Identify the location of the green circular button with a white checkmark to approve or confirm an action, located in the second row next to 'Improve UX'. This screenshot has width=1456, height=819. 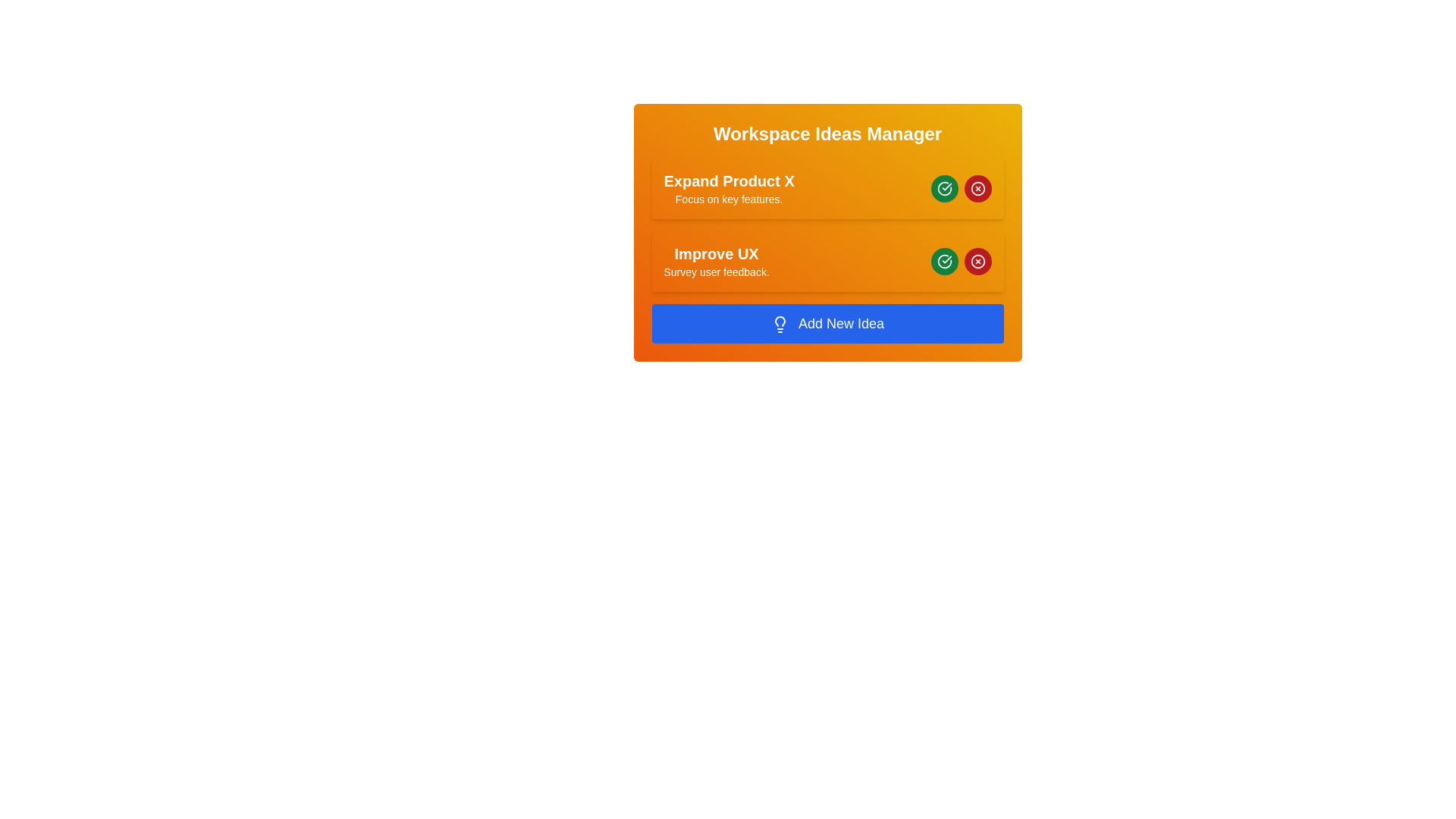
(943, 188).